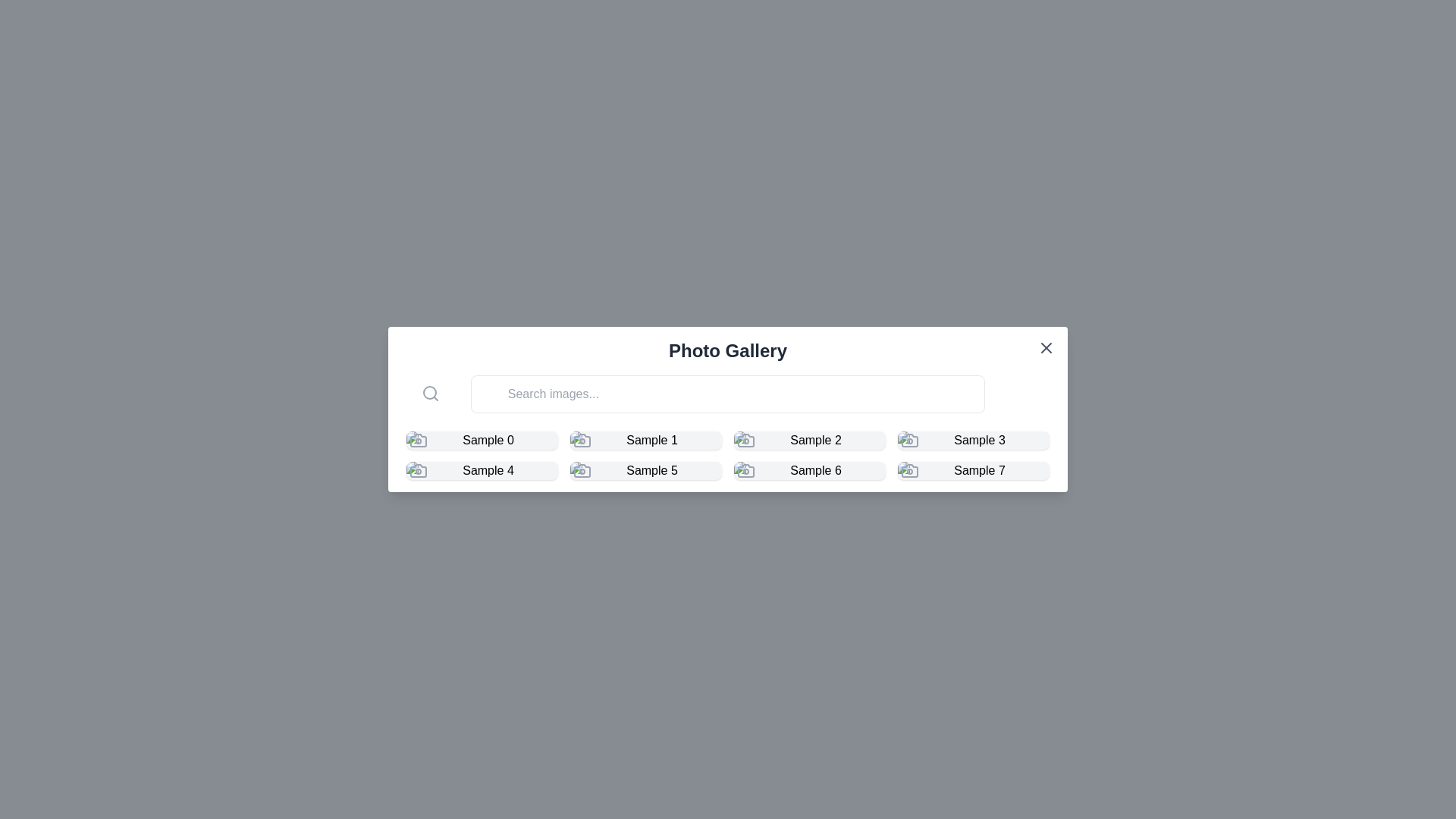 The height and width of the screenshot is (819, 1456). Describe the element at coordinates (582, 441) in the screenshot. I see `the camera graphic icon located within the 'Sample 1' picture box` at that location.